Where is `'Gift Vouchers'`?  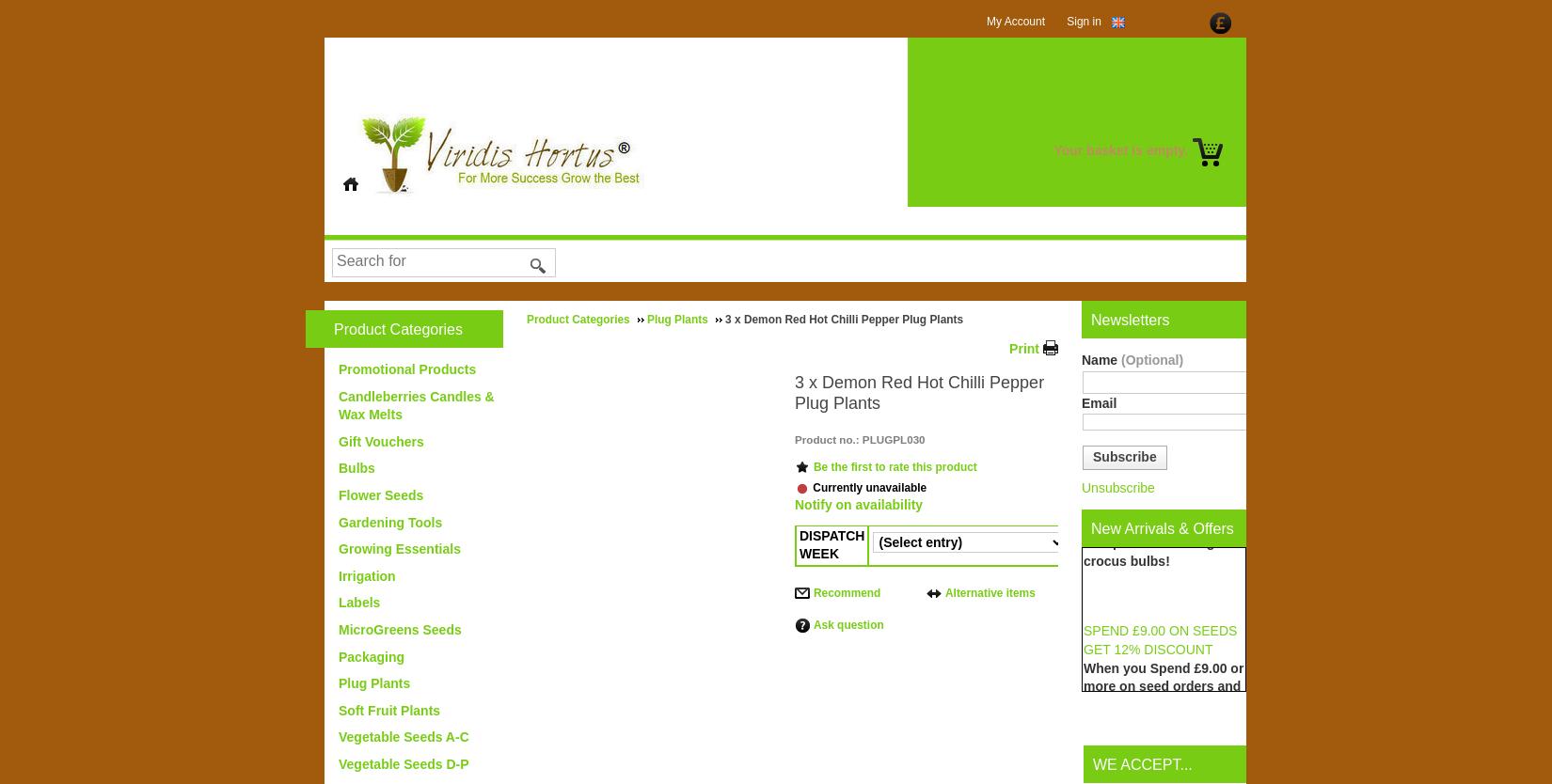 'Gift Vouchers' is located at coordinates (381, 441).